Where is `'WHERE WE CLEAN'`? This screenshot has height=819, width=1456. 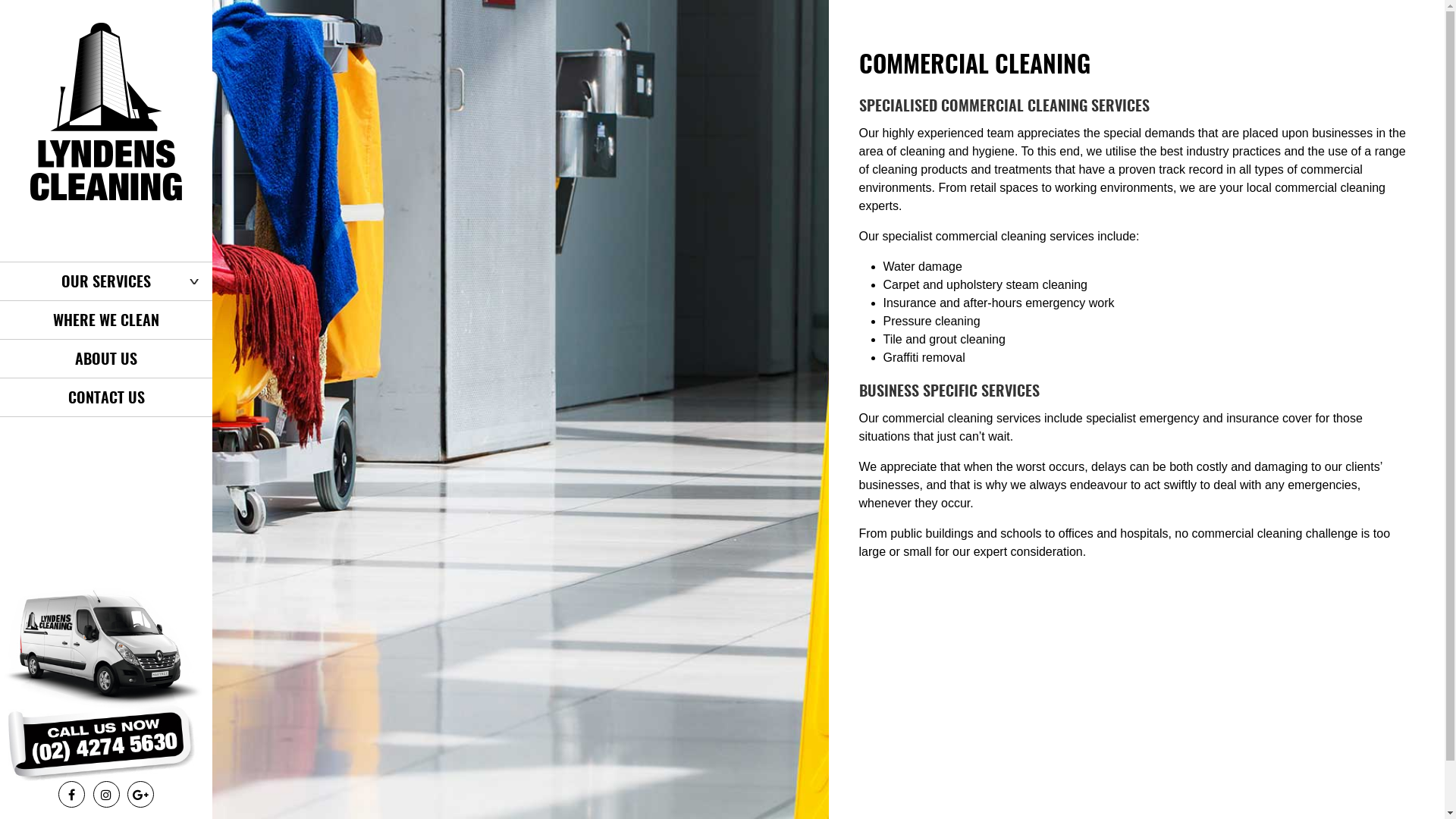
'WHERE WE CLEAN' is located at coordinates (0, 318).